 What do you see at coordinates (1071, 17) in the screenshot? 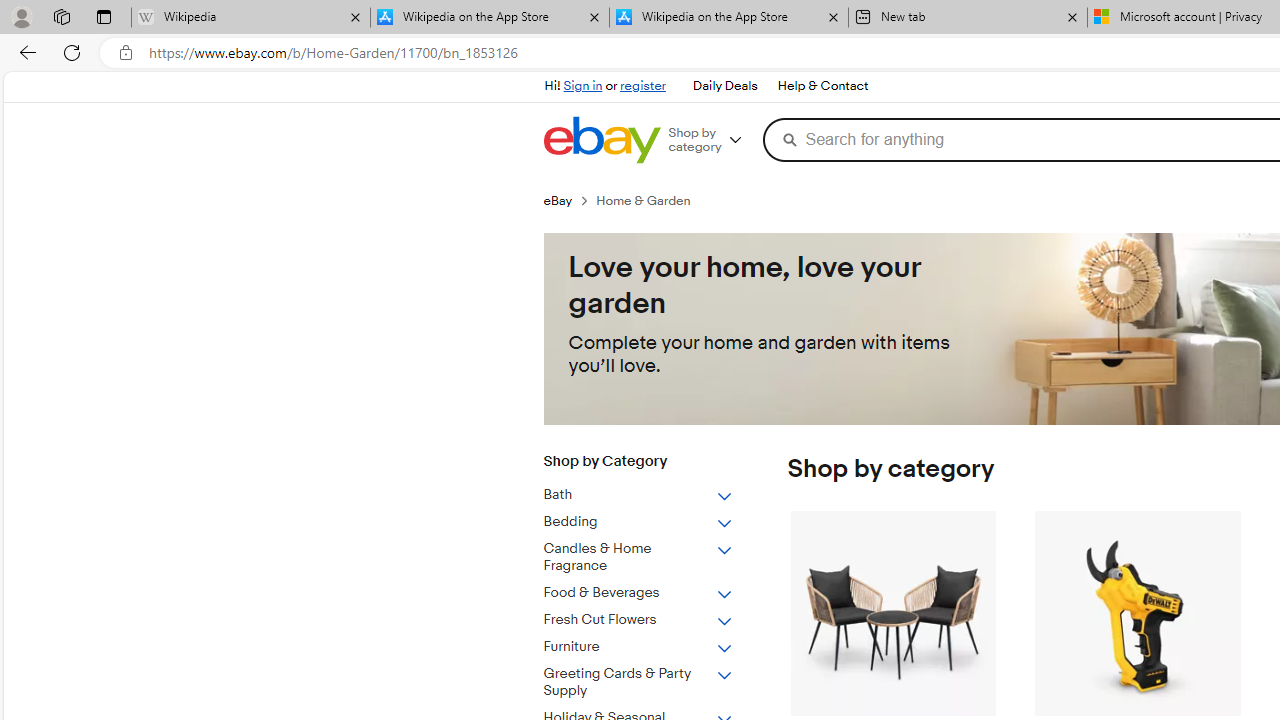
I see `'Close tab'` at bounding box center [1071, 17].